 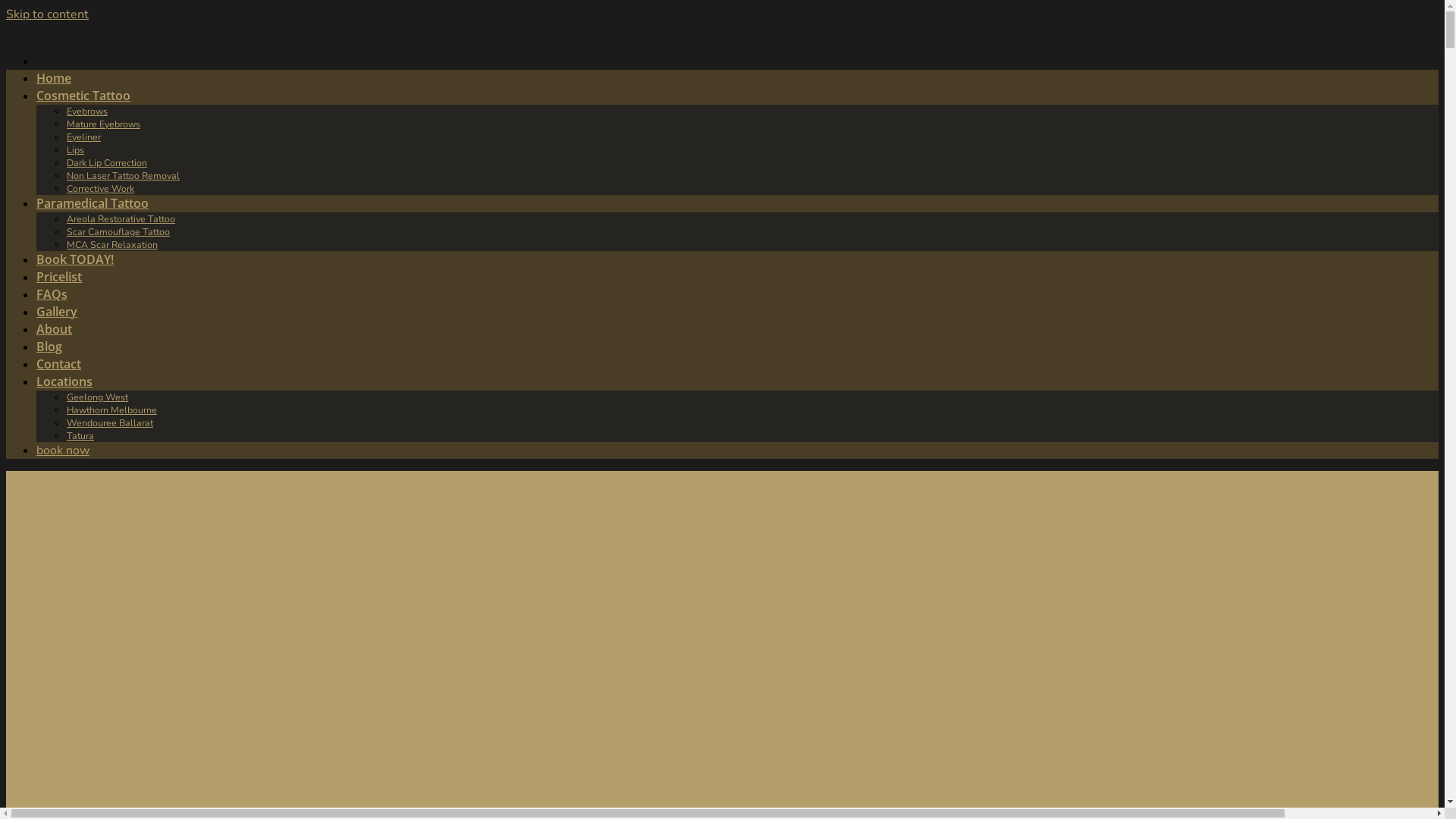 What do you see at coordinates (79, 435) in the screenshot?
I see `'Tatura'` at bounding box center [79, 435].